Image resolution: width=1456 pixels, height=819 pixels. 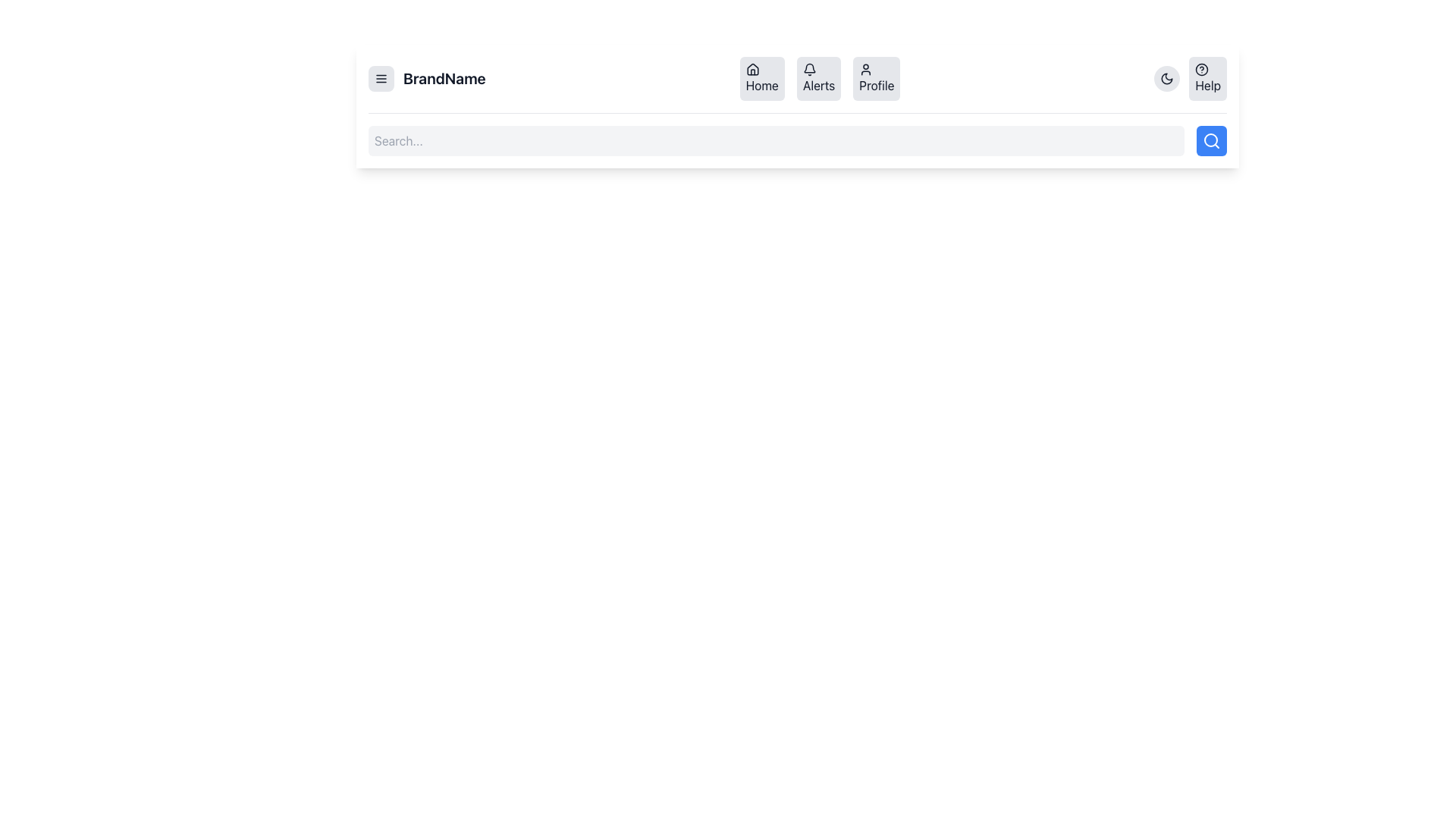 What do you see at coordinates (444, 79) in the screenshot?
I see `the bold 'BrandName' text label located in the top-left corner of the interface, adjacent to the menu icon and above the search bar` at bounding box center [444, 79].